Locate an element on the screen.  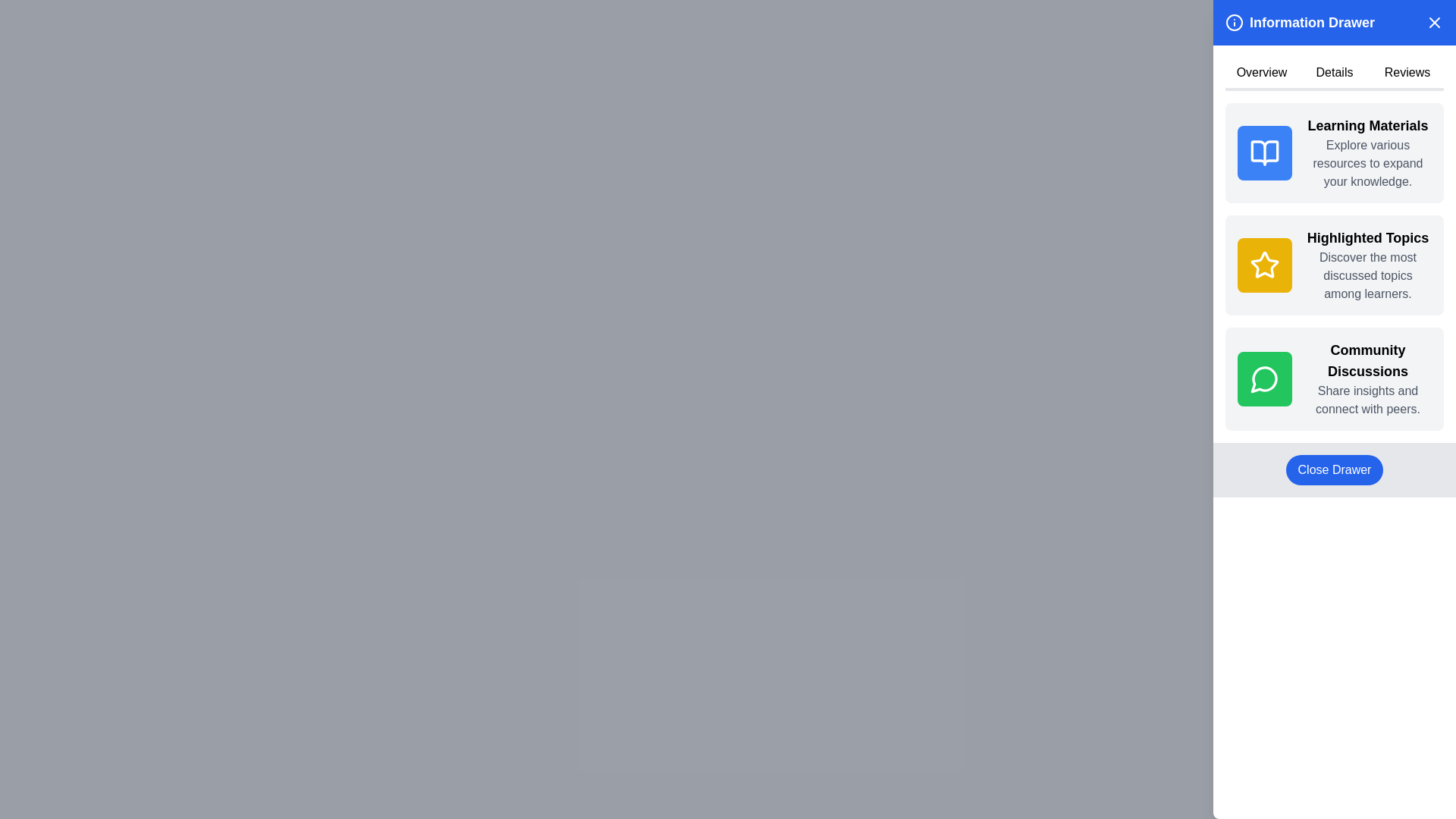
the close icon button represented by an 'X' mark in the top-right corner of the interface is located at coordinates (1433, 23).